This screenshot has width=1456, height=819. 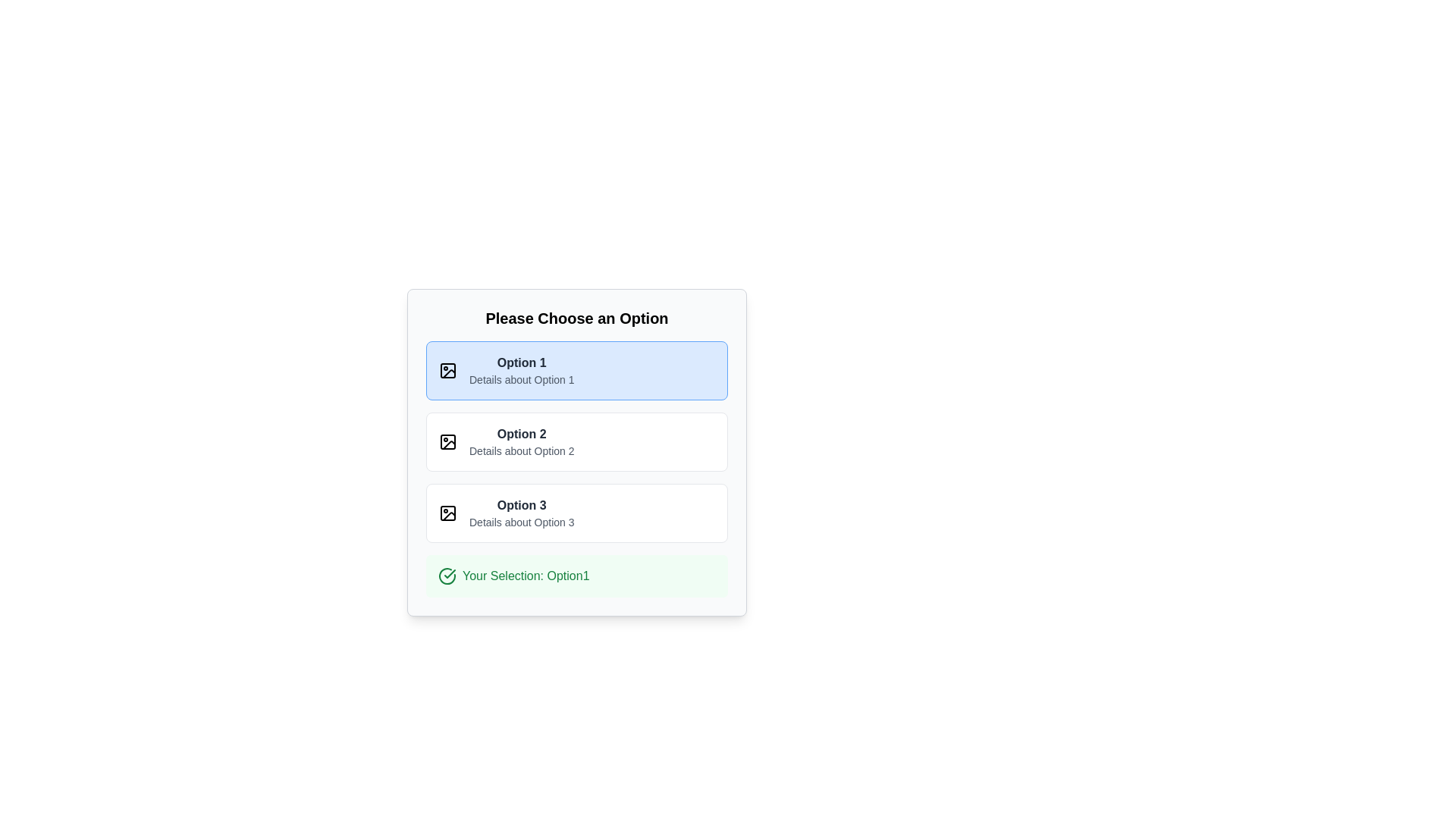 What do you see at coordinates (522, 371) in the screenshot?
I see `the first option in the selection menu located below the heading 'Please Choose an Option'` at bounding box center [522, 371].